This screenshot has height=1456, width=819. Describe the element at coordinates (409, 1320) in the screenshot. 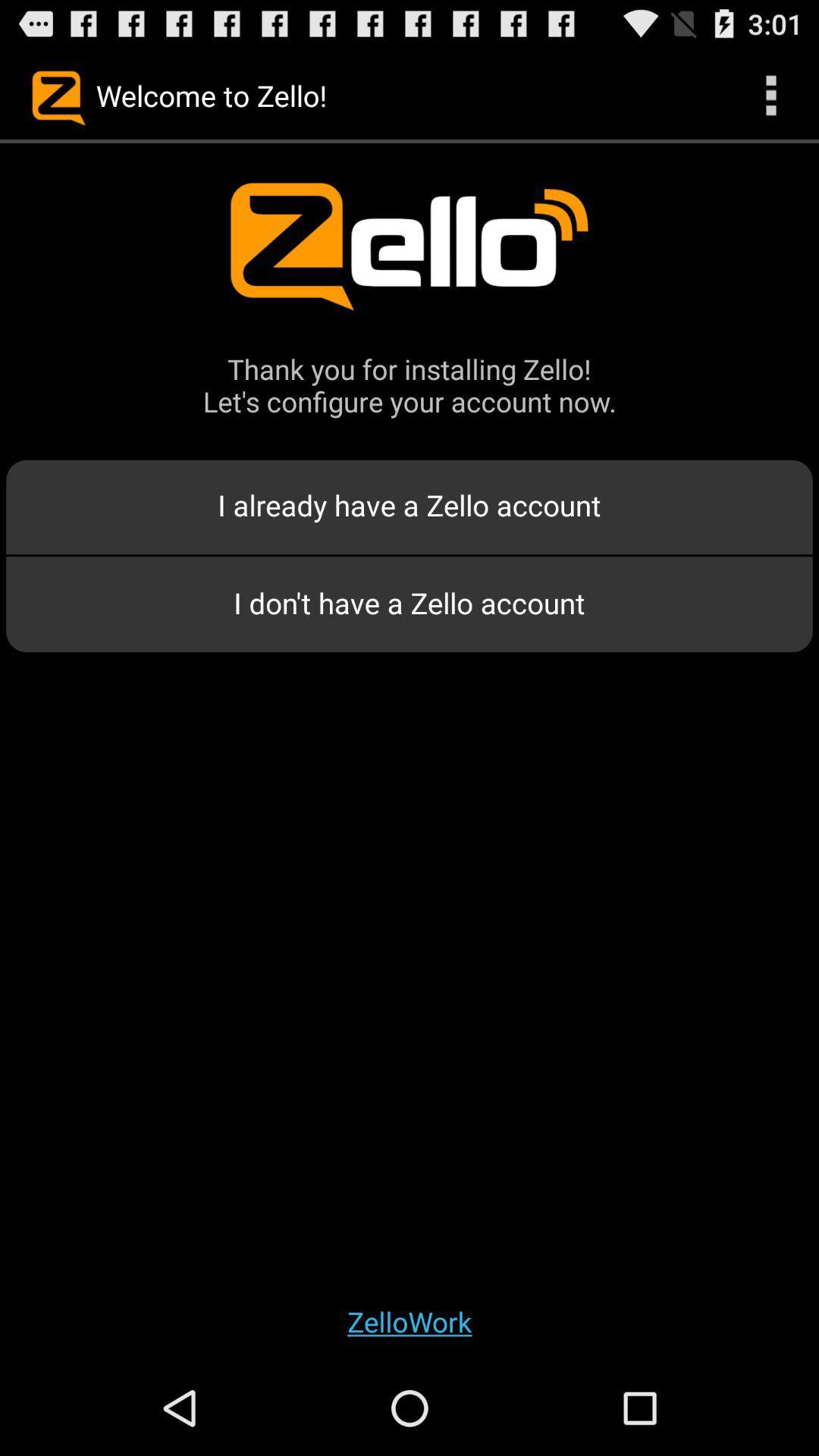

I see `the app at the bottom` at that location.